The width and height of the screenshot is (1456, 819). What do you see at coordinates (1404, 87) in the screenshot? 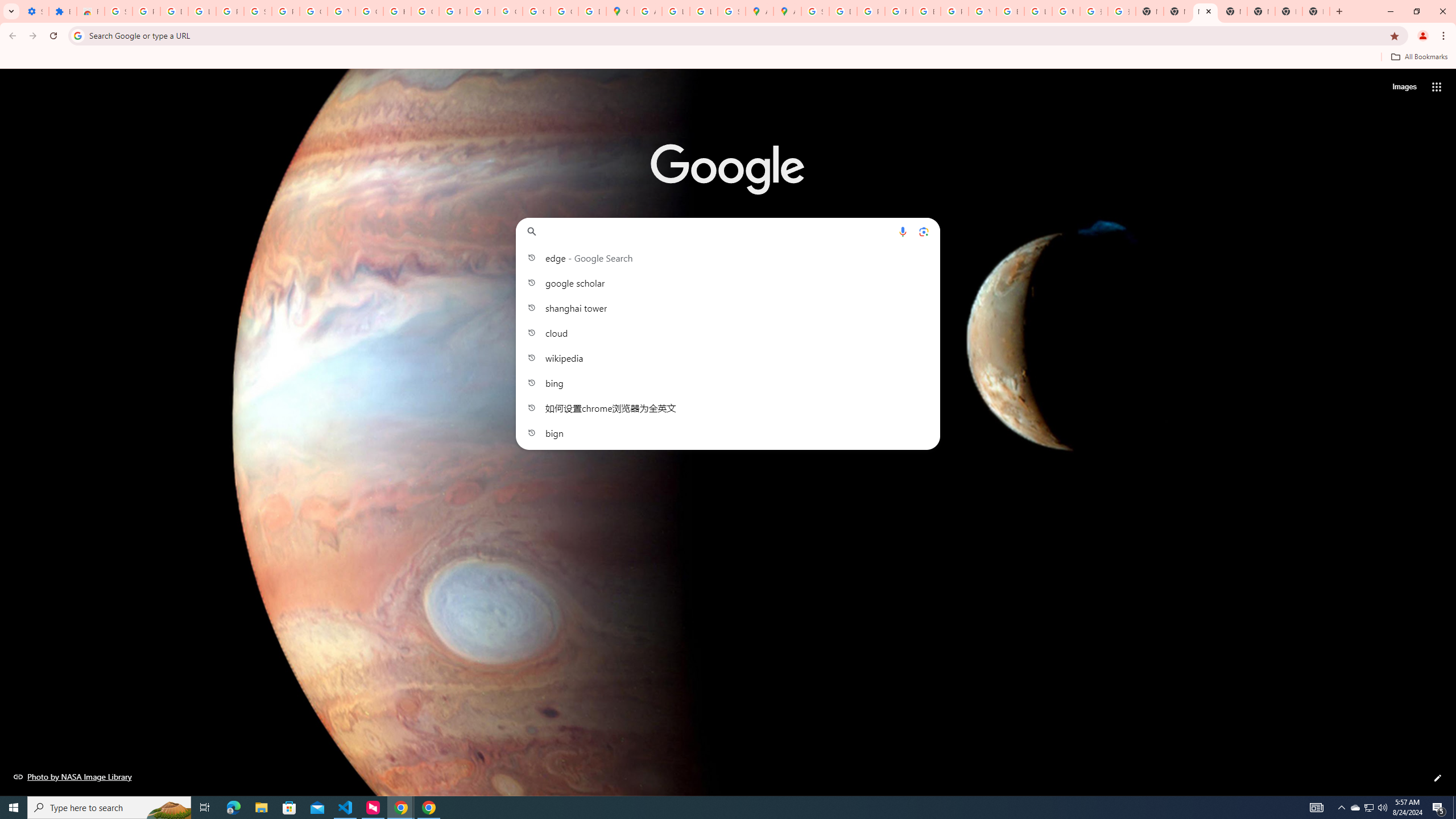
I see `'Search for Images '` at bounding box center [1404, 87].